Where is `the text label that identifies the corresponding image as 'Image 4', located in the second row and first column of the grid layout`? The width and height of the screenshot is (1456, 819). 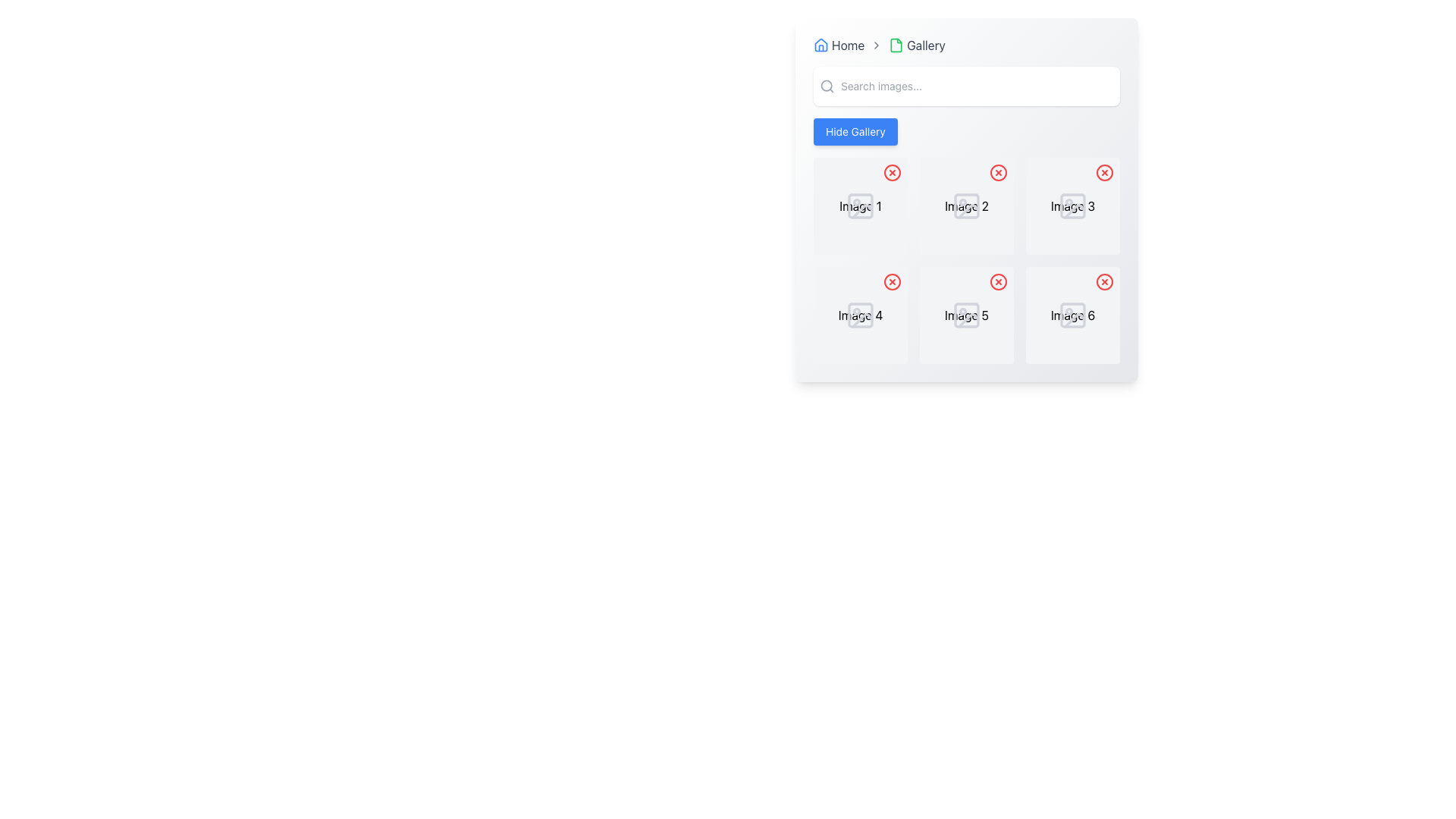
the text label that identifies the corresponding image as 'Image 4', located in the second row and first column of the grid layout is located at coordinates (860, 315).